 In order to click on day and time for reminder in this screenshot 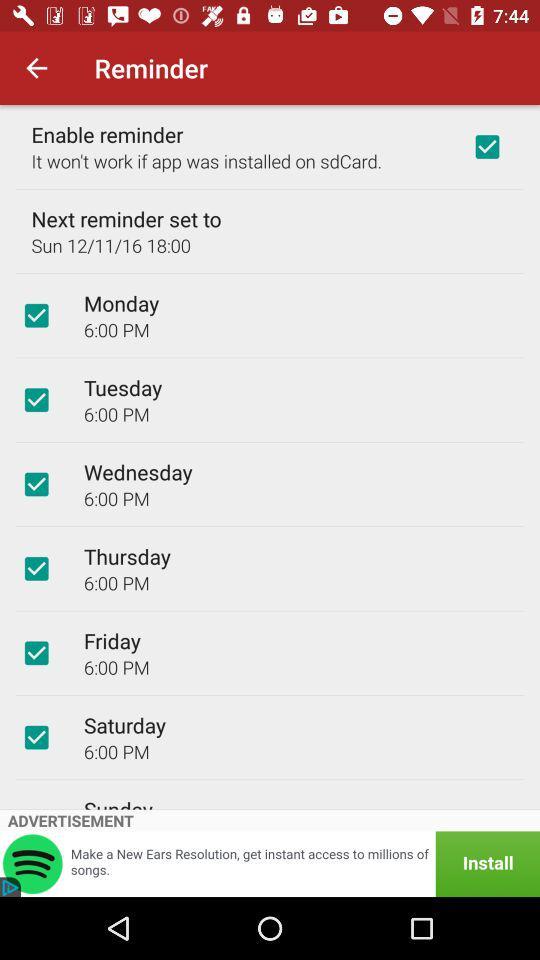, I will do `click(36, 483)`.